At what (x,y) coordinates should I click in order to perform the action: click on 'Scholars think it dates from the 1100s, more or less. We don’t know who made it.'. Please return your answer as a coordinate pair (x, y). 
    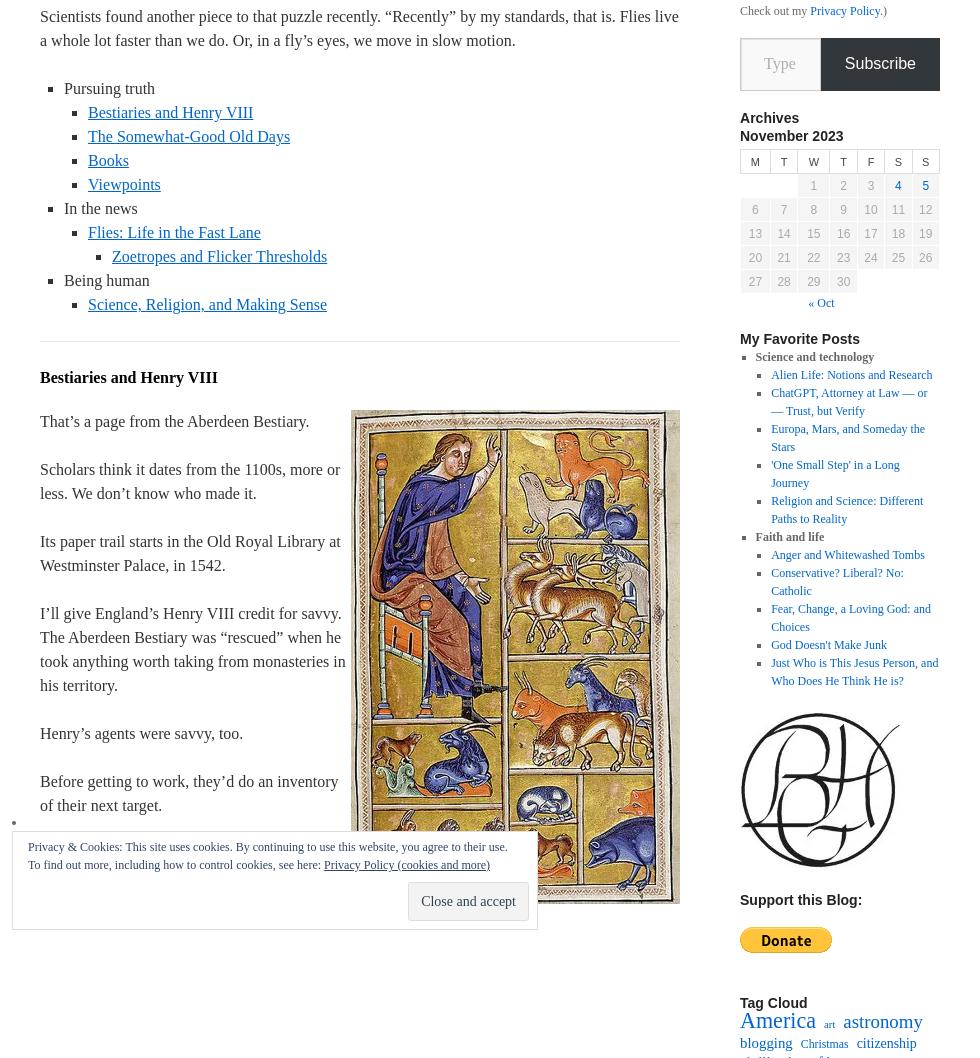
    Looking at the image, I should click on (190, 480).